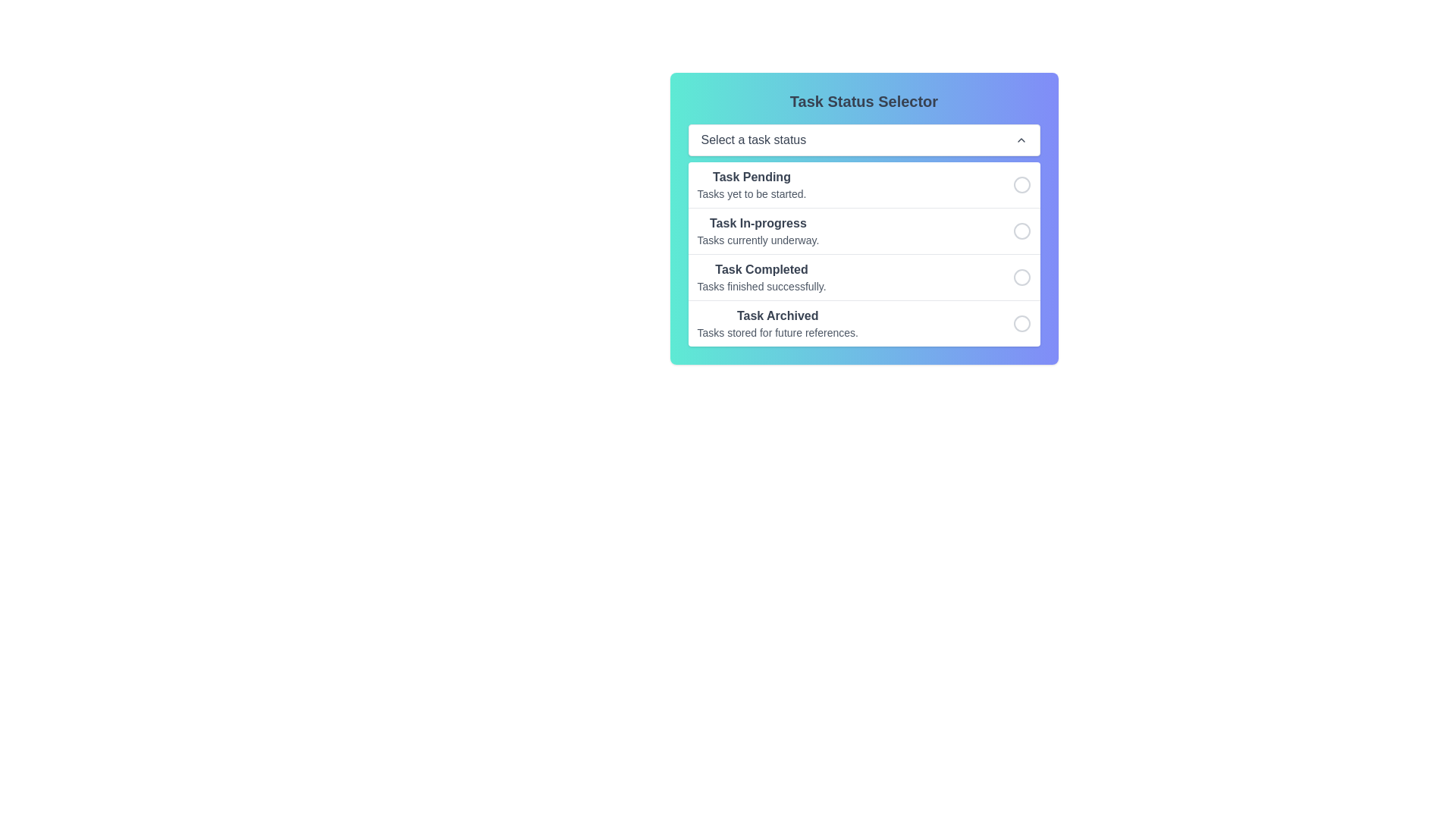 The height and width of the screenshot is (819, 1456). Describe the element at coordinates (777, 315) in the screenshot. I see `the 'Task Archived' text label located in the fourth row of the vertical list within the 'Task Status Selector' card interface` at that location.